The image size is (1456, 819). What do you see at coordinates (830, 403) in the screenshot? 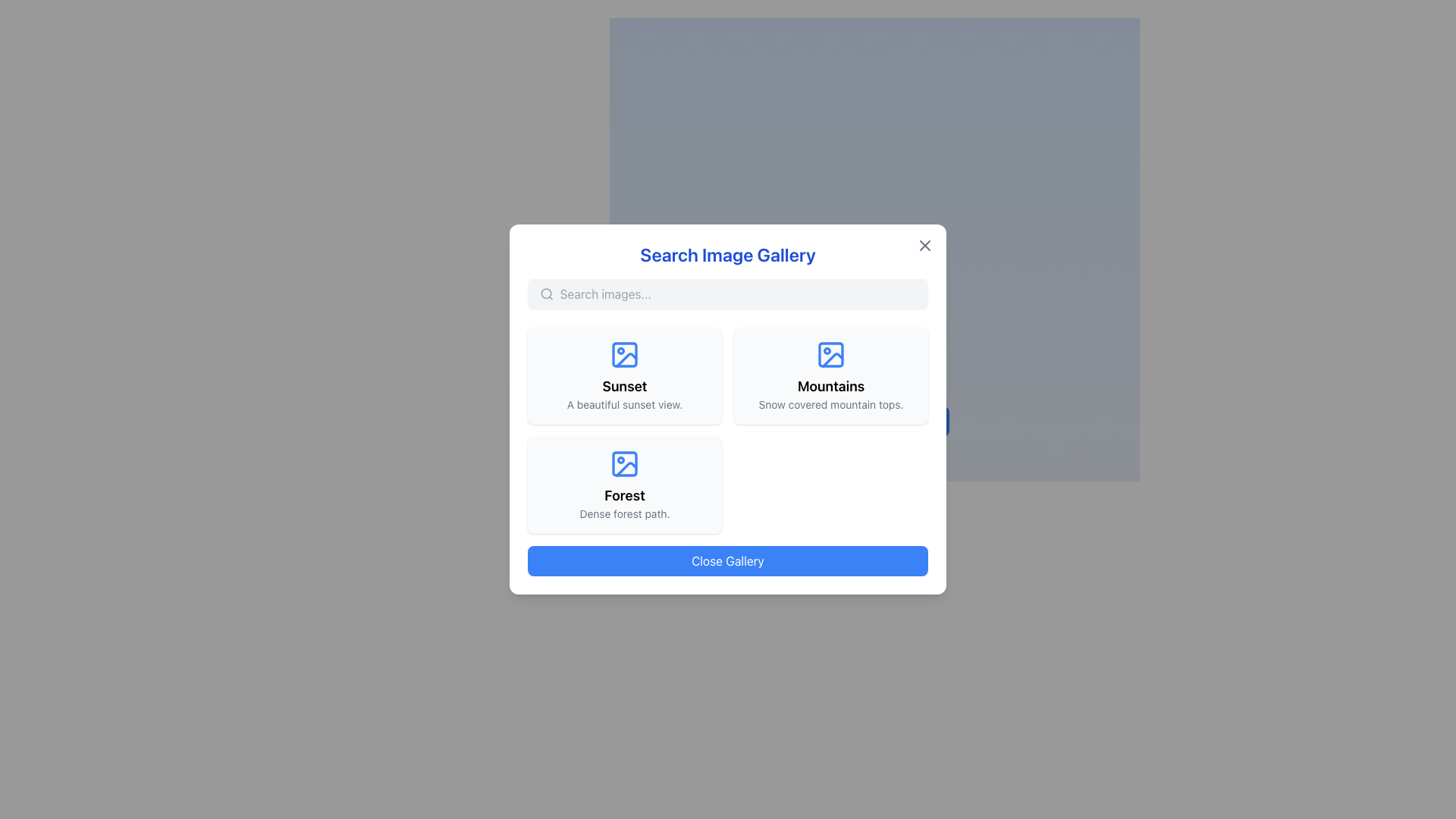
I see `the static text label that provides additional context about the 'Mountains' image category, located within the top right section of the popup modal` at bounding box center [830, 403].